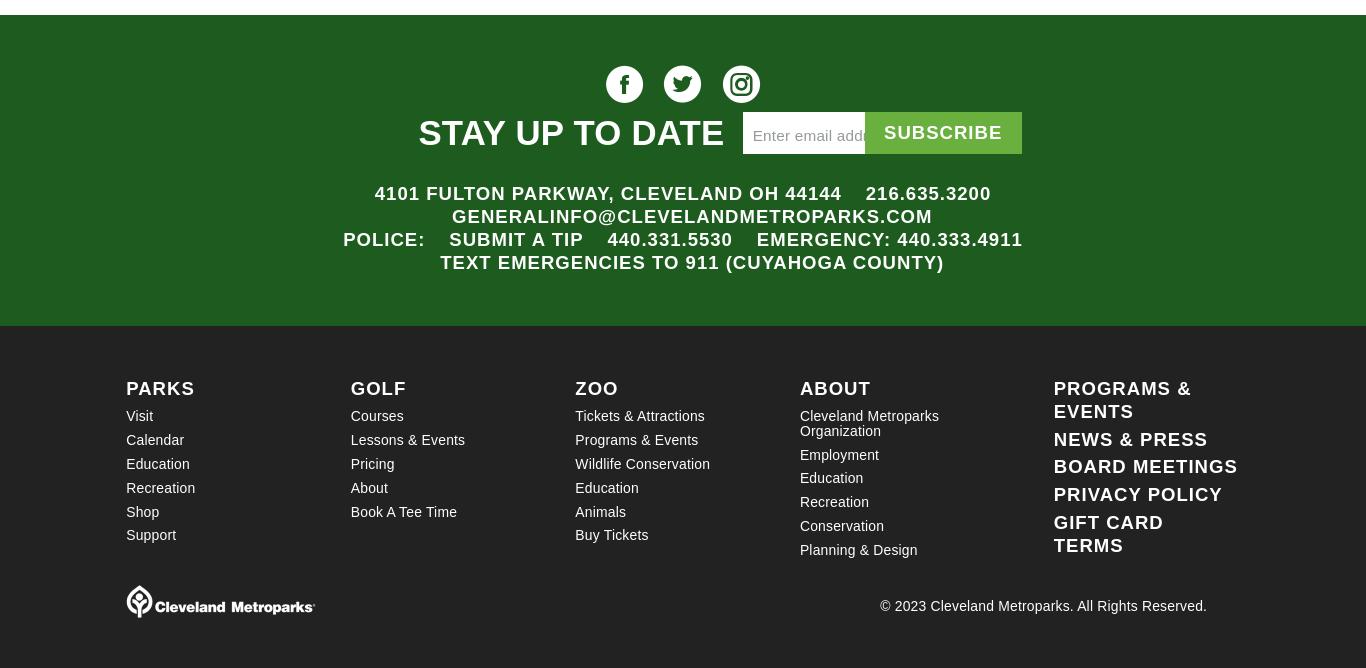  What do you see at coordinates (755, 239) in the screenshot?
I see `'Emergency: 440.333.4911'` at bounding box center [755, 239].